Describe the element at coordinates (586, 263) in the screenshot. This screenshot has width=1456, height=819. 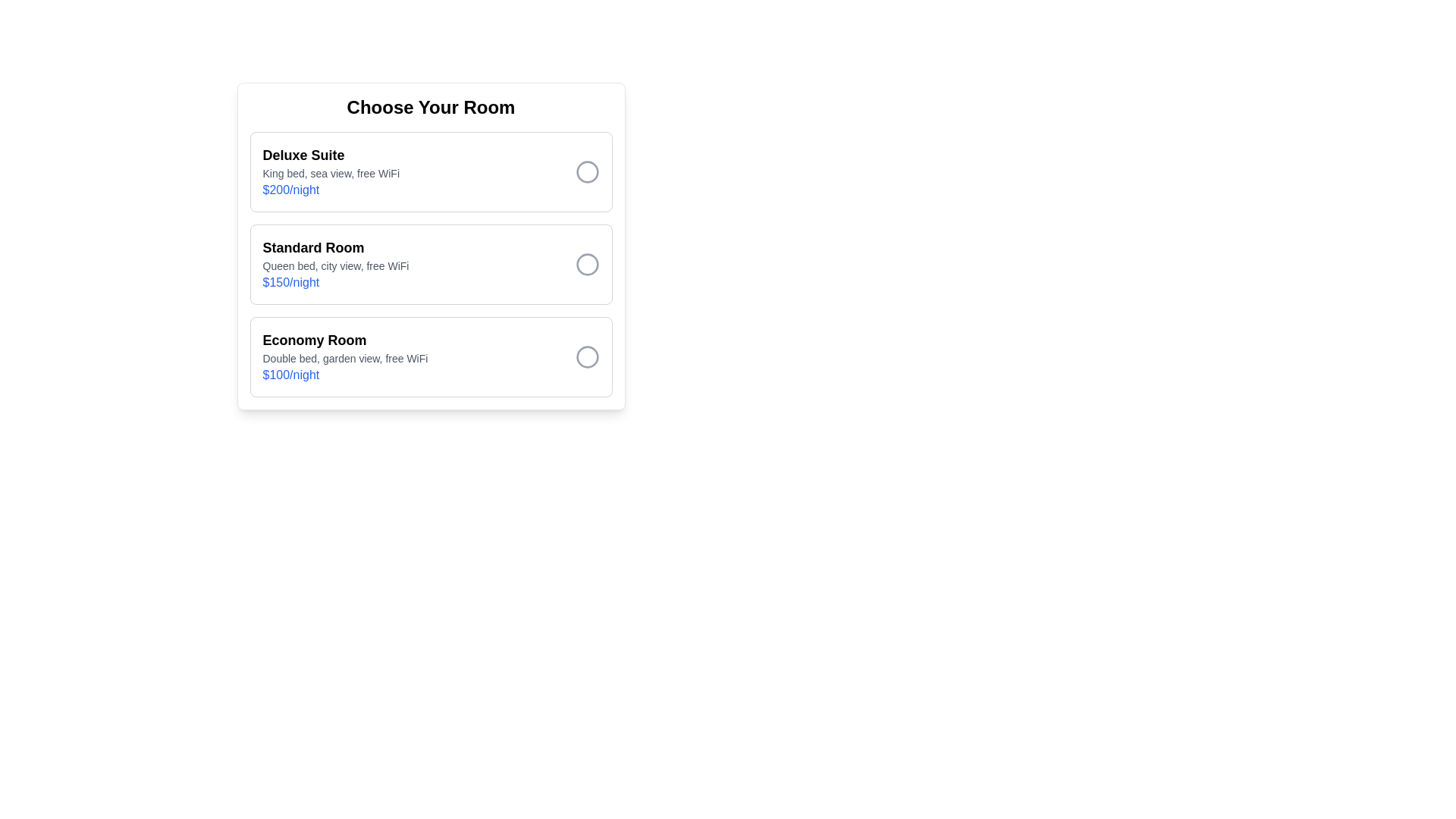
I see `the 'Standard Room' radio button` at that location.